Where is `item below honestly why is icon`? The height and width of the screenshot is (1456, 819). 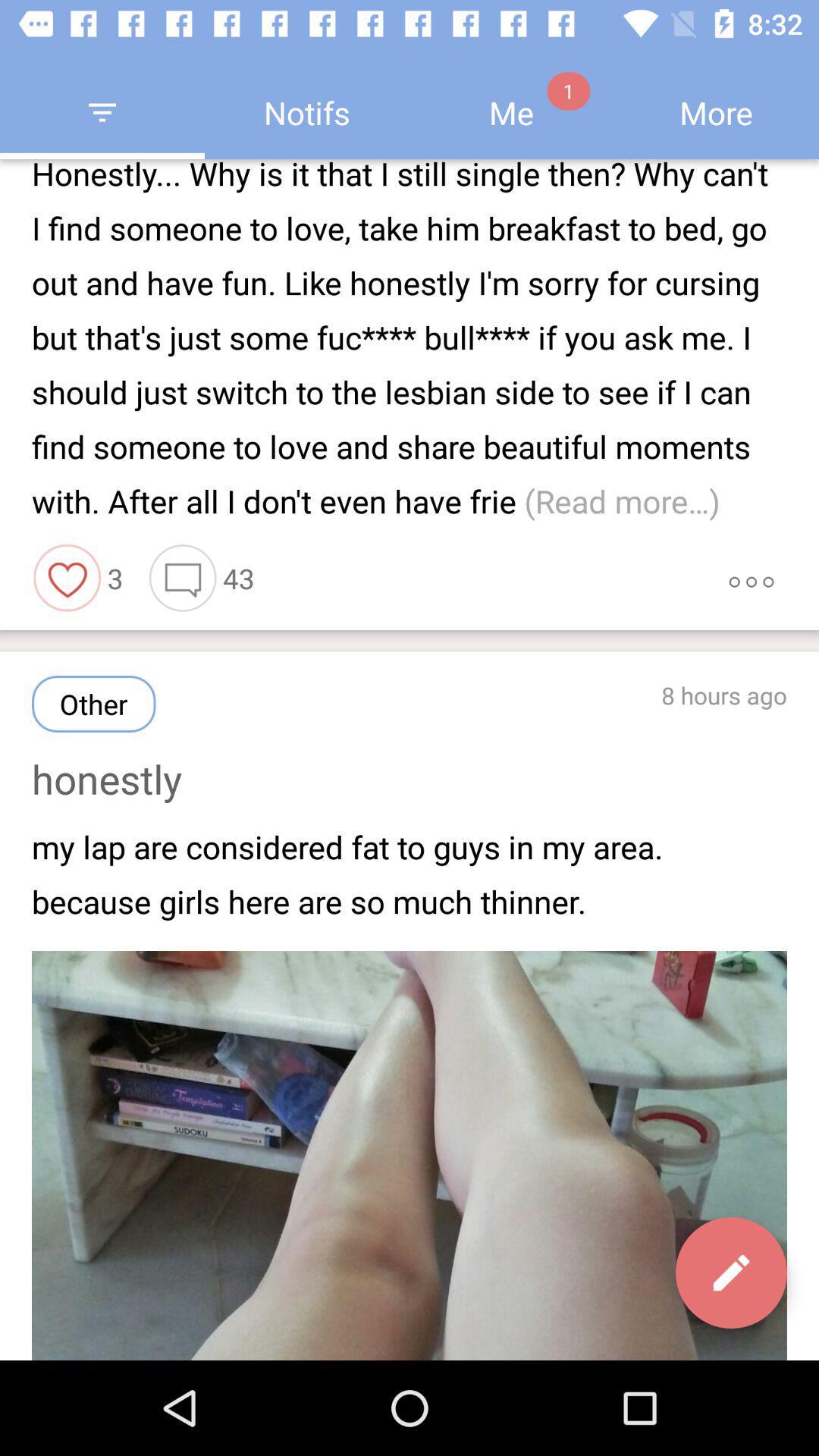 item below honestly why is icon is located at coordinates (182, 577).